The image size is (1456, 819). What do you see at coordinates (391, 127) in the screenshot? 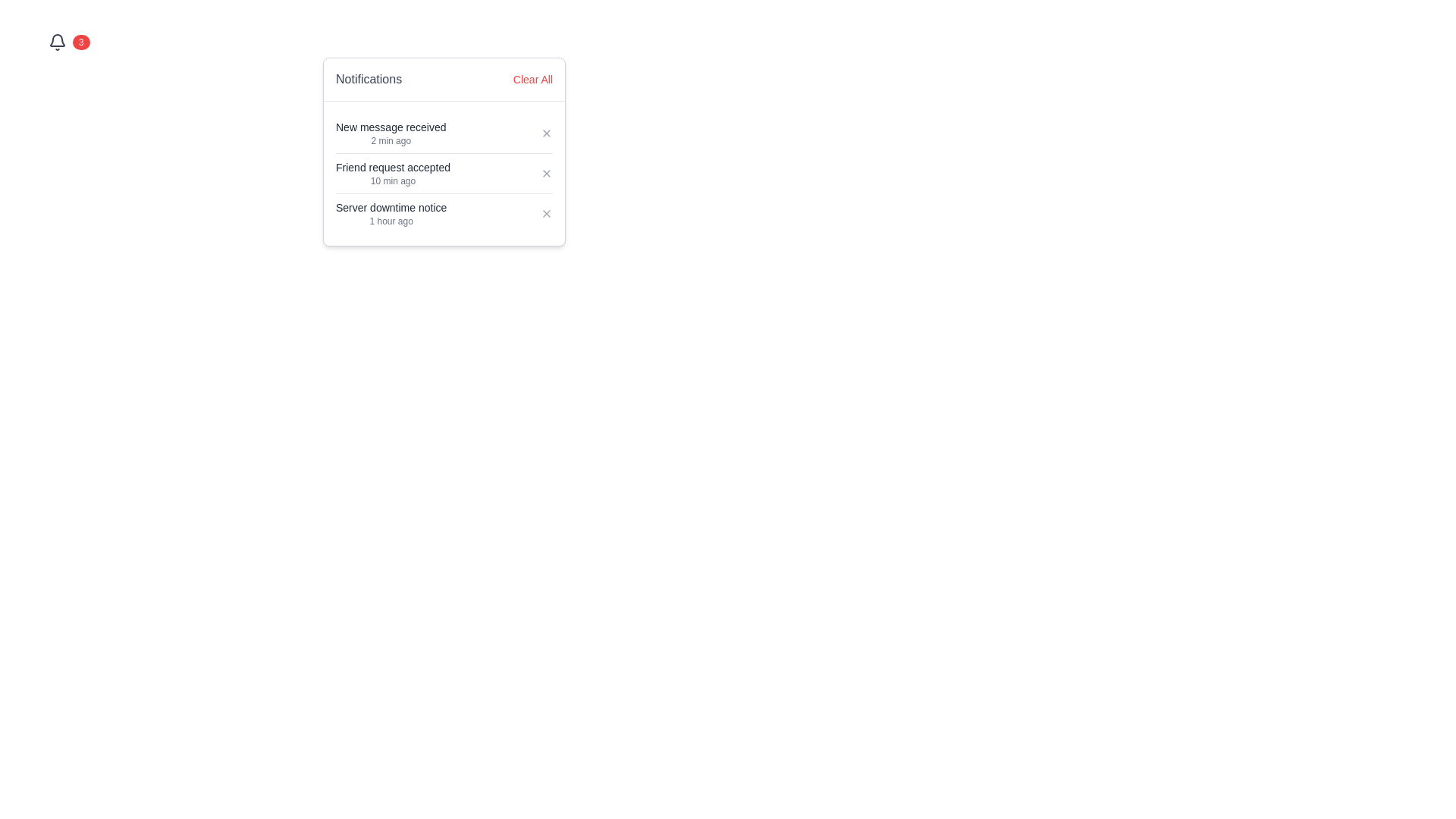
I see `text content of the notification title displayed in the uppermost position of the notification entry in the 'Notifications' panel` at bounding box center [391, 127].